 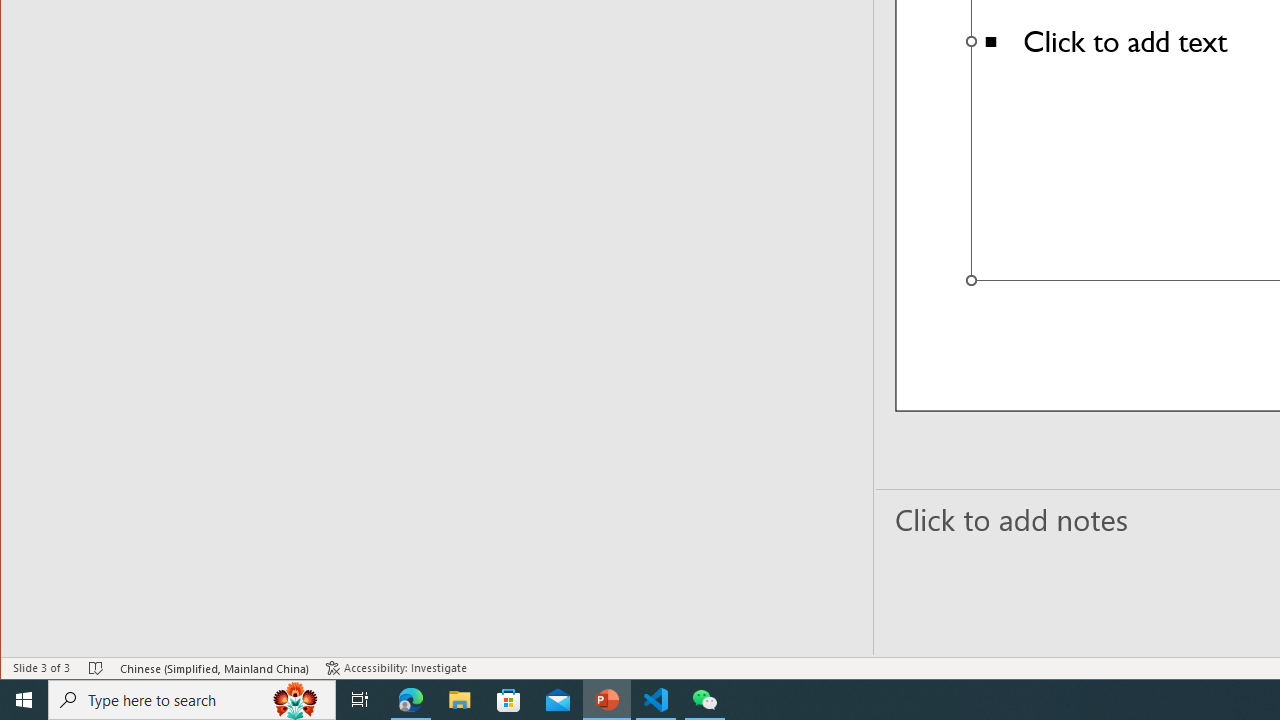 What do you see at coordinates (705, 698) in the screenshot?
I see `'WeChat - 1 running window'` at bounding box center [705, 698].